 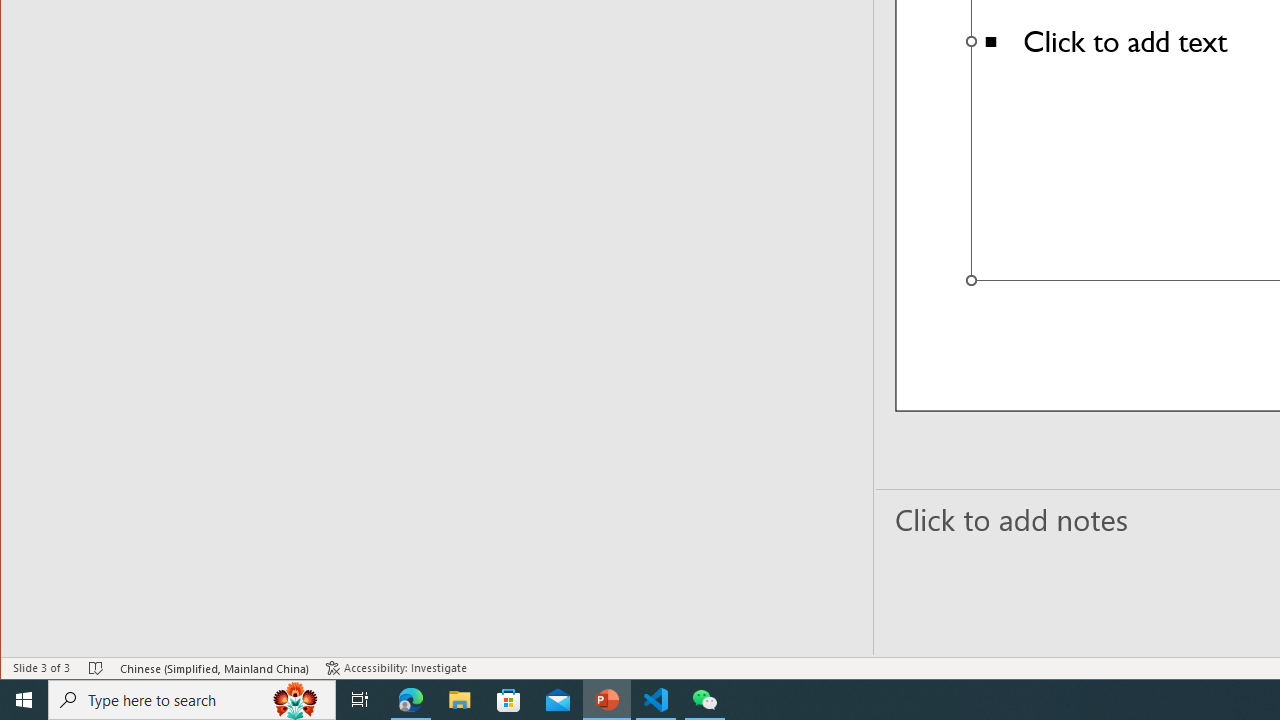 What do you see at coordinates (705, 698) in the screenshot?
I see `'WeChat - 1 running window'` at bounding box center [705, 698].